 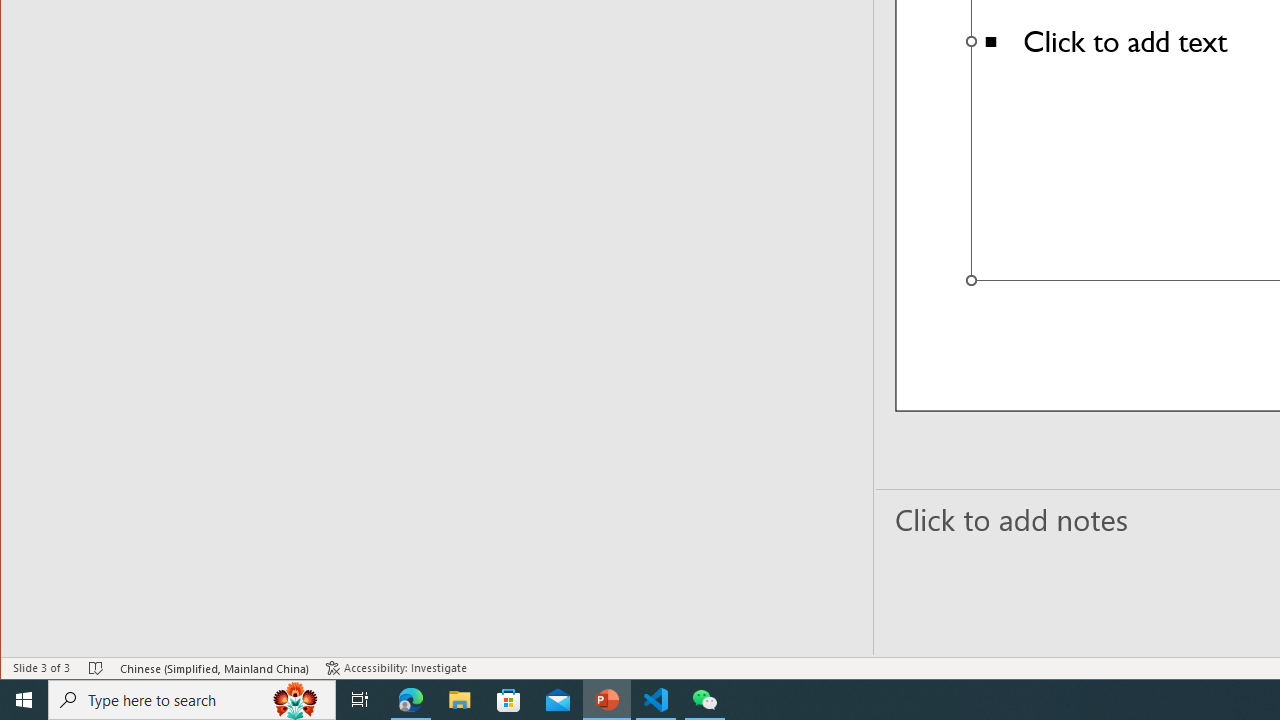 What do you see at coordinates (705, 698) in the screenshot?
I see `'WeChat - 1 running window'` at bounding box center [705, 698].